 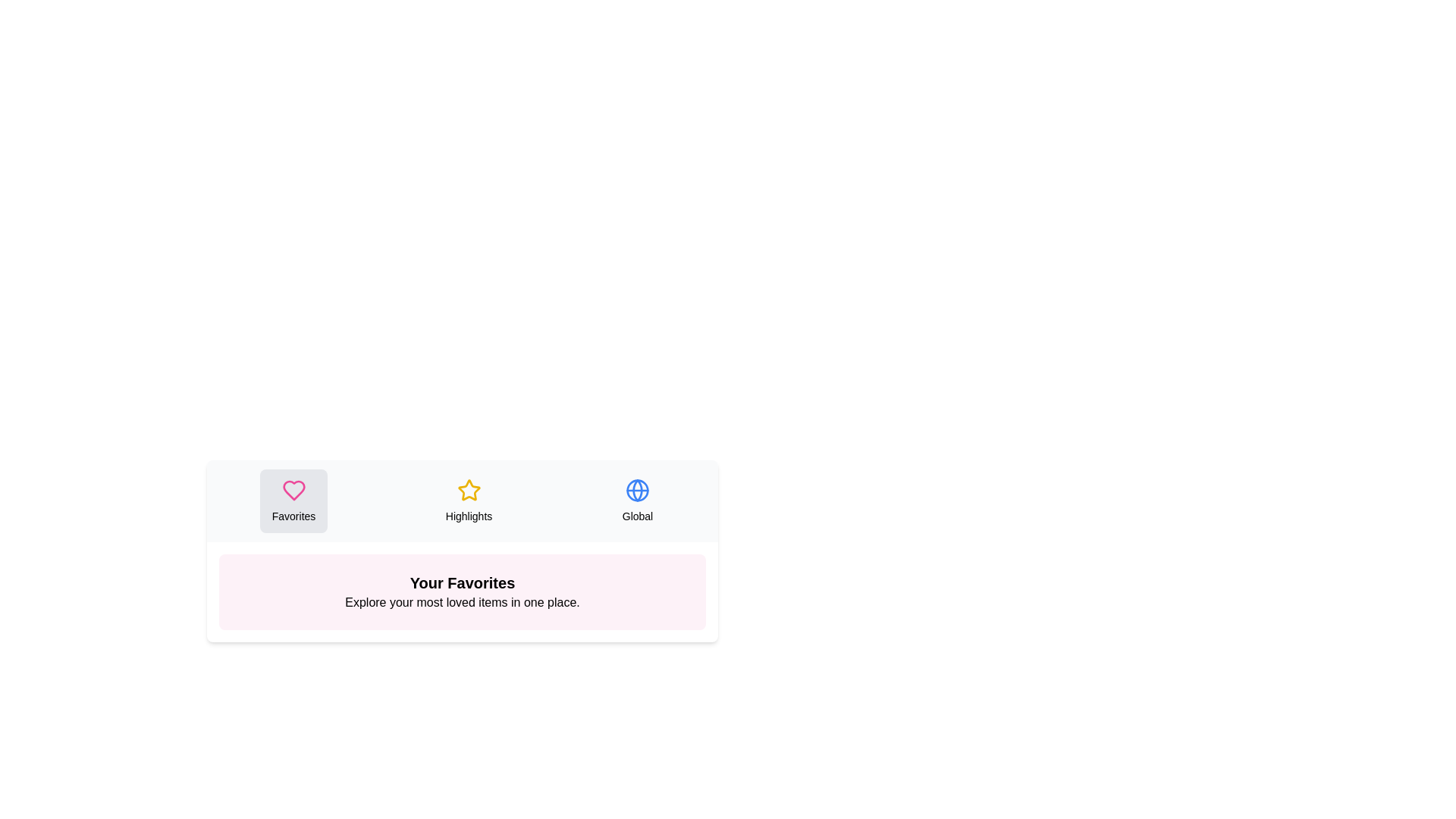 What do you see at coordinates (468, 500) in the screenshot?
I see `the Highlights tab to see its hover effect` at bounding box center [468, 500].